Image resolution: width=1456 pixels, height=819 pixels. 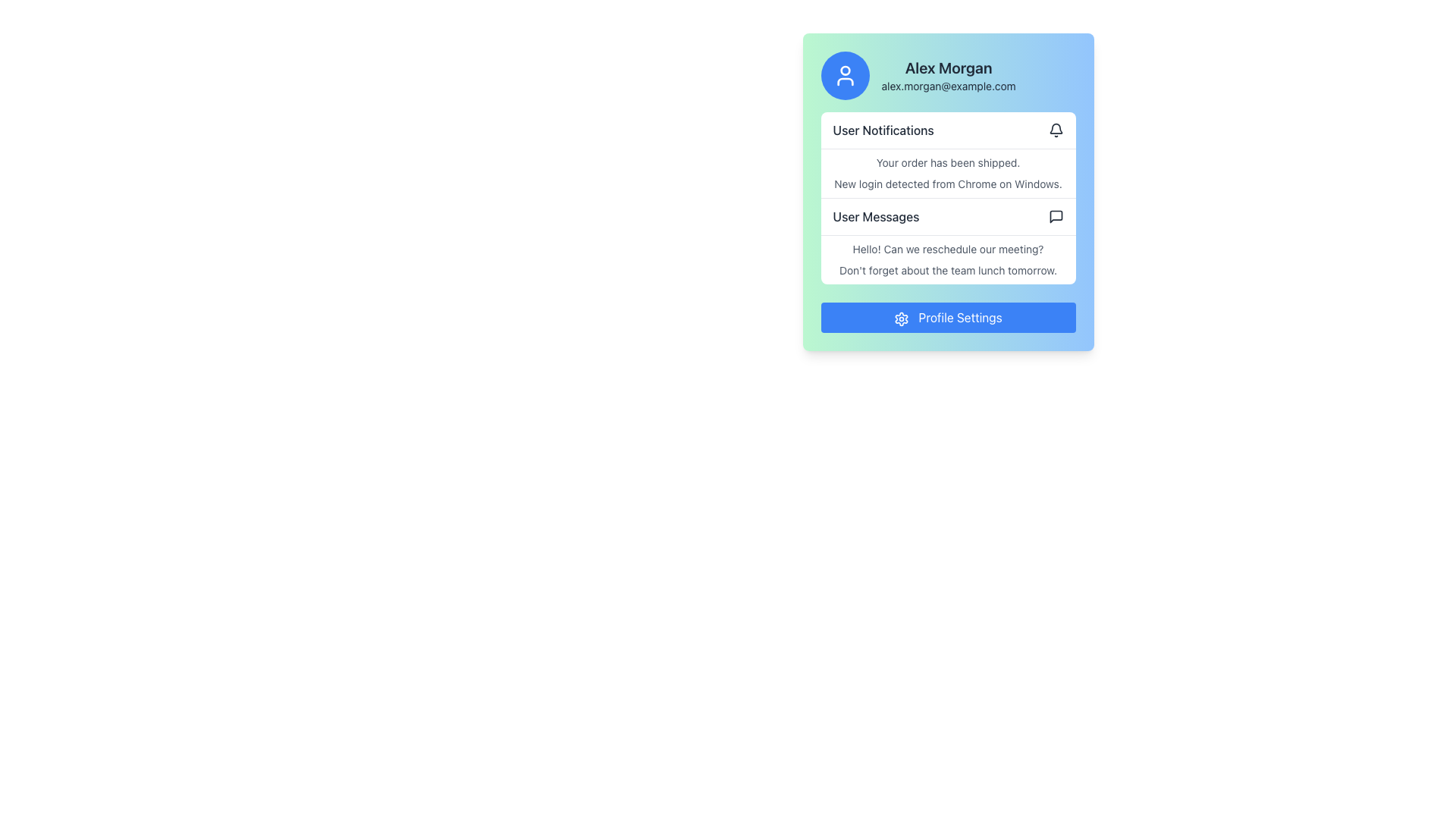 What do you see at coordinates (876, 216) in the screenshot?
I see `the third text item in the menu-like list below 'User Notifications' that serves as a navigational label for managing messages` at bounding box center [876, 216].